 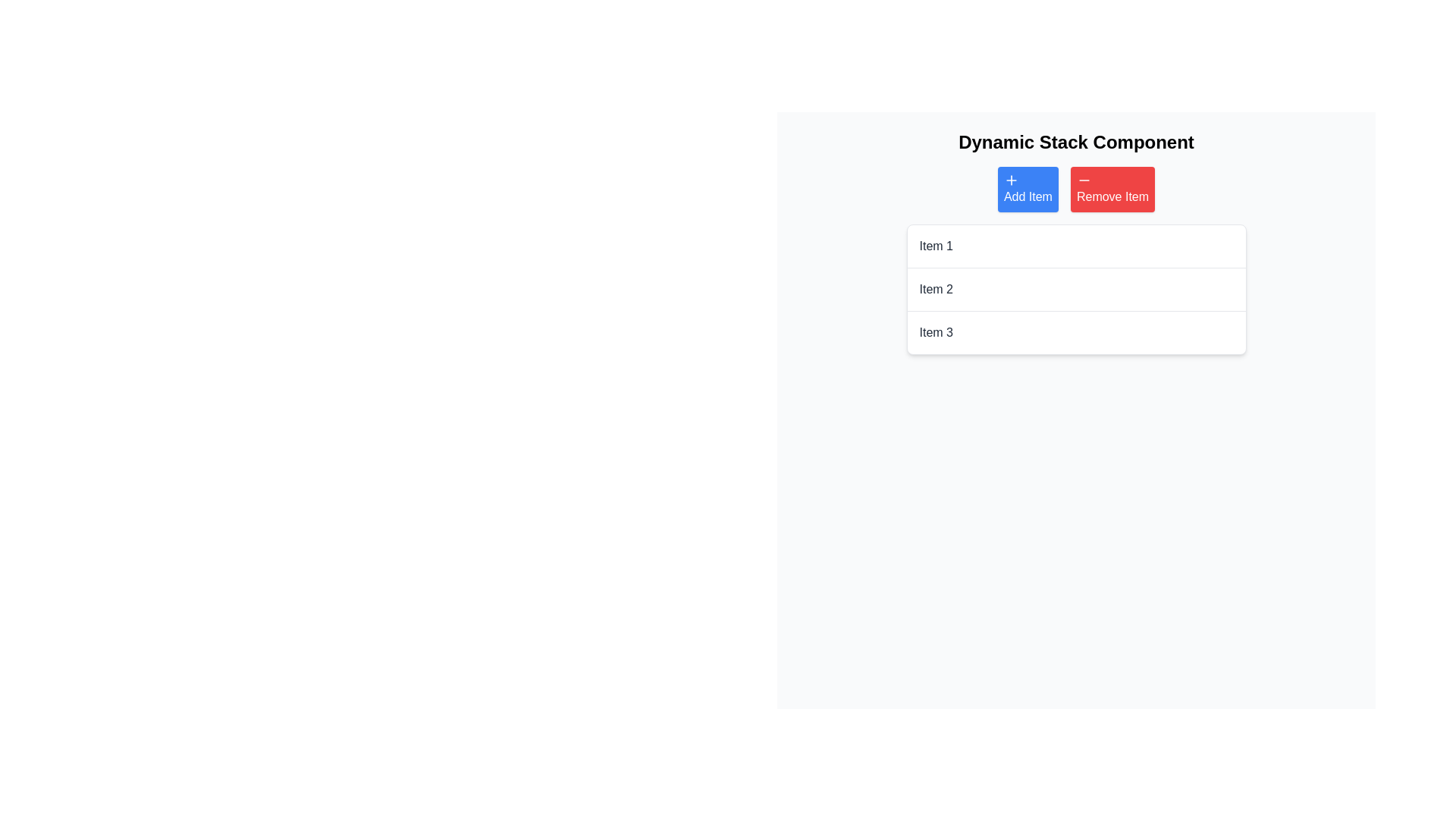 What do you see at coordinates (1084, 180) in the screenshot?
I see `the styling of the minus icon within the red 'Remove Item' button, which is the second button in the interface` at bounding box center [1084, 180].